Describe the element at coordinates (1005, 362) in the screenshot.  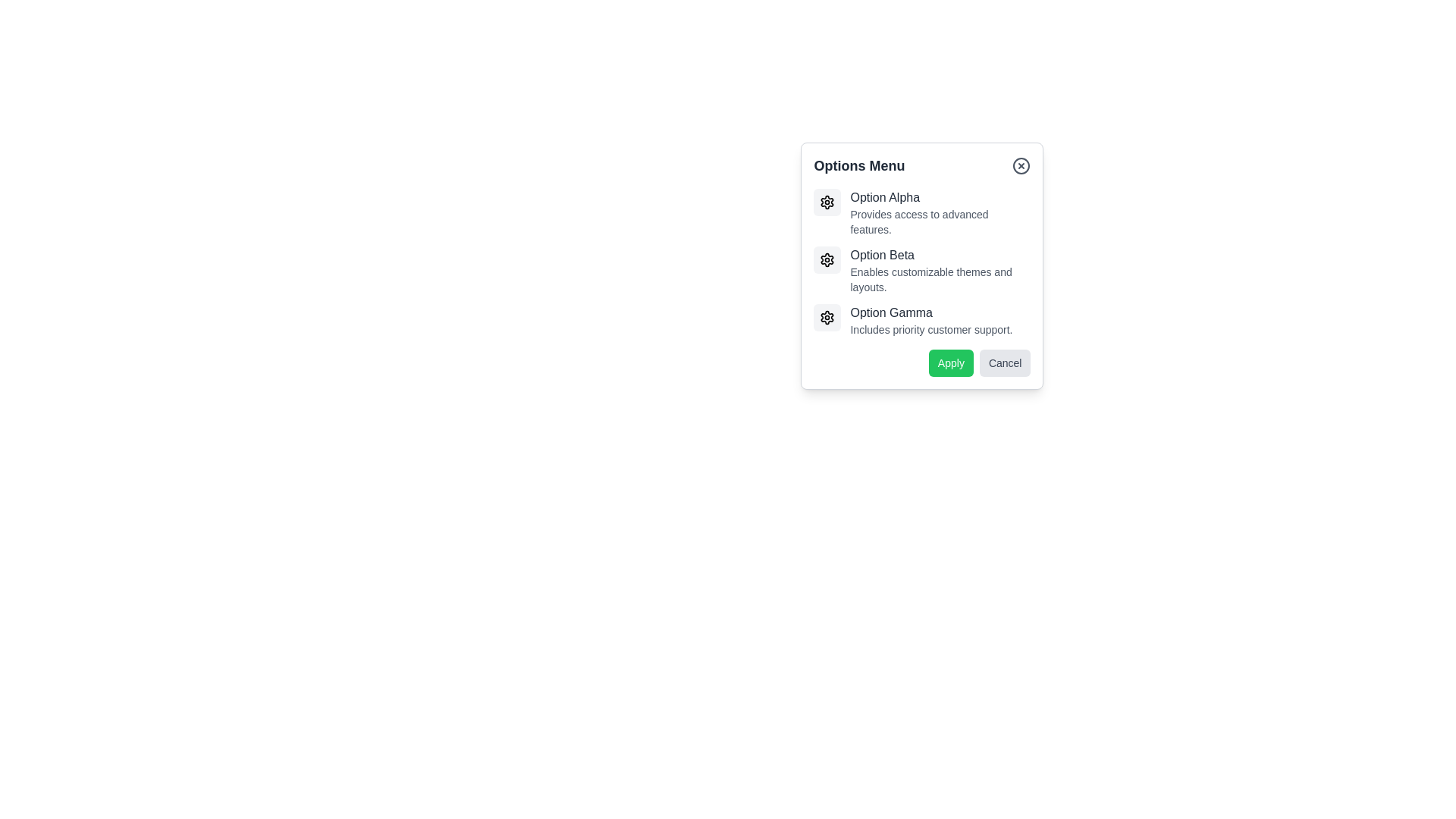
I see `the cancel button located at the bottom-right corner of the modal dialog box` at that location.